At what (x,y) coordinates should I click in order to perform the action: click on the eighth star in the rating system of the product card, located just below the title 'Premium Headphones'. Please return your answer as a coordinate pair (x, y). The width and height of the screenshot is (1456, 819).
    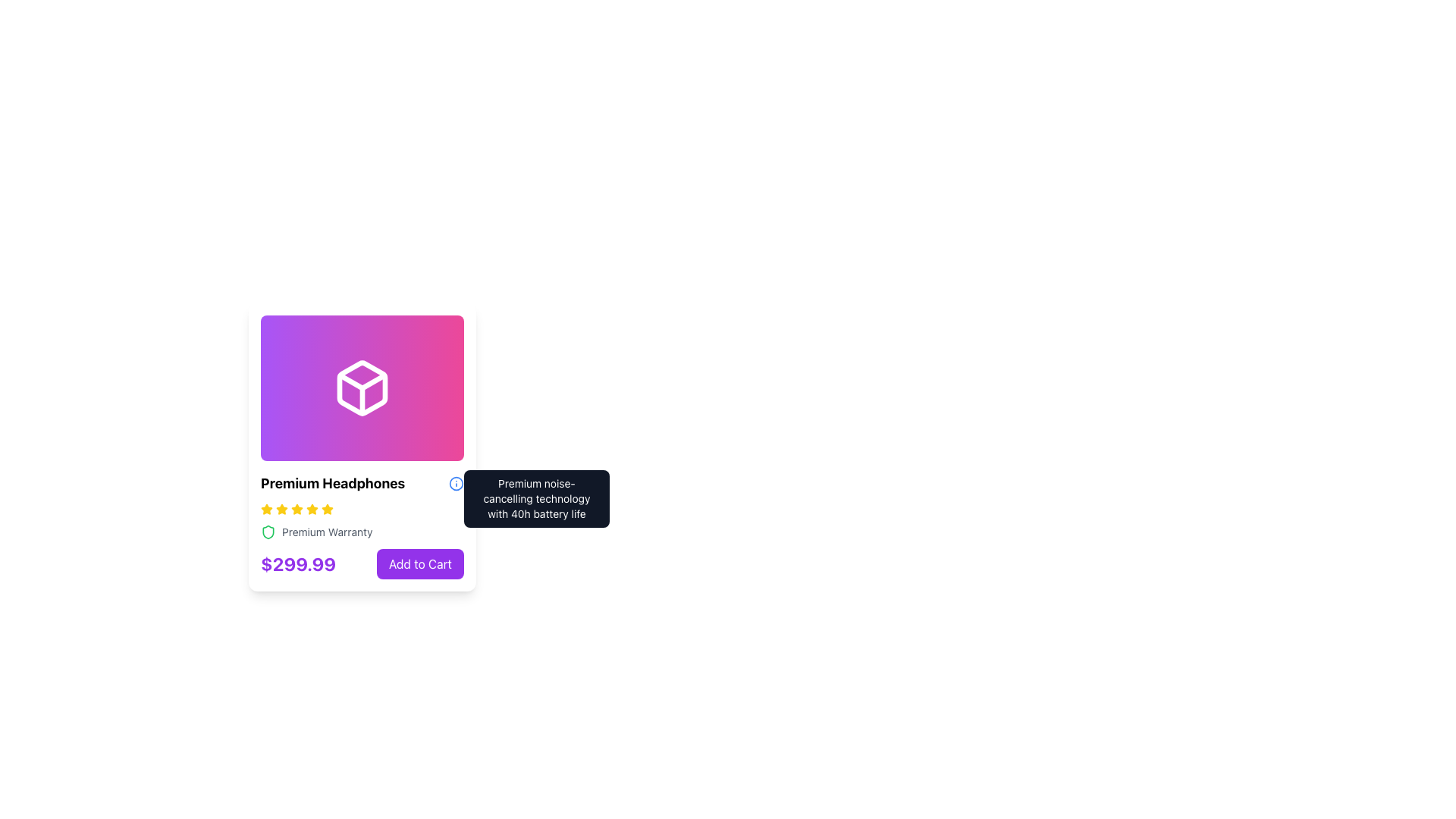
    Looking at the image, I should click on (327, 509).